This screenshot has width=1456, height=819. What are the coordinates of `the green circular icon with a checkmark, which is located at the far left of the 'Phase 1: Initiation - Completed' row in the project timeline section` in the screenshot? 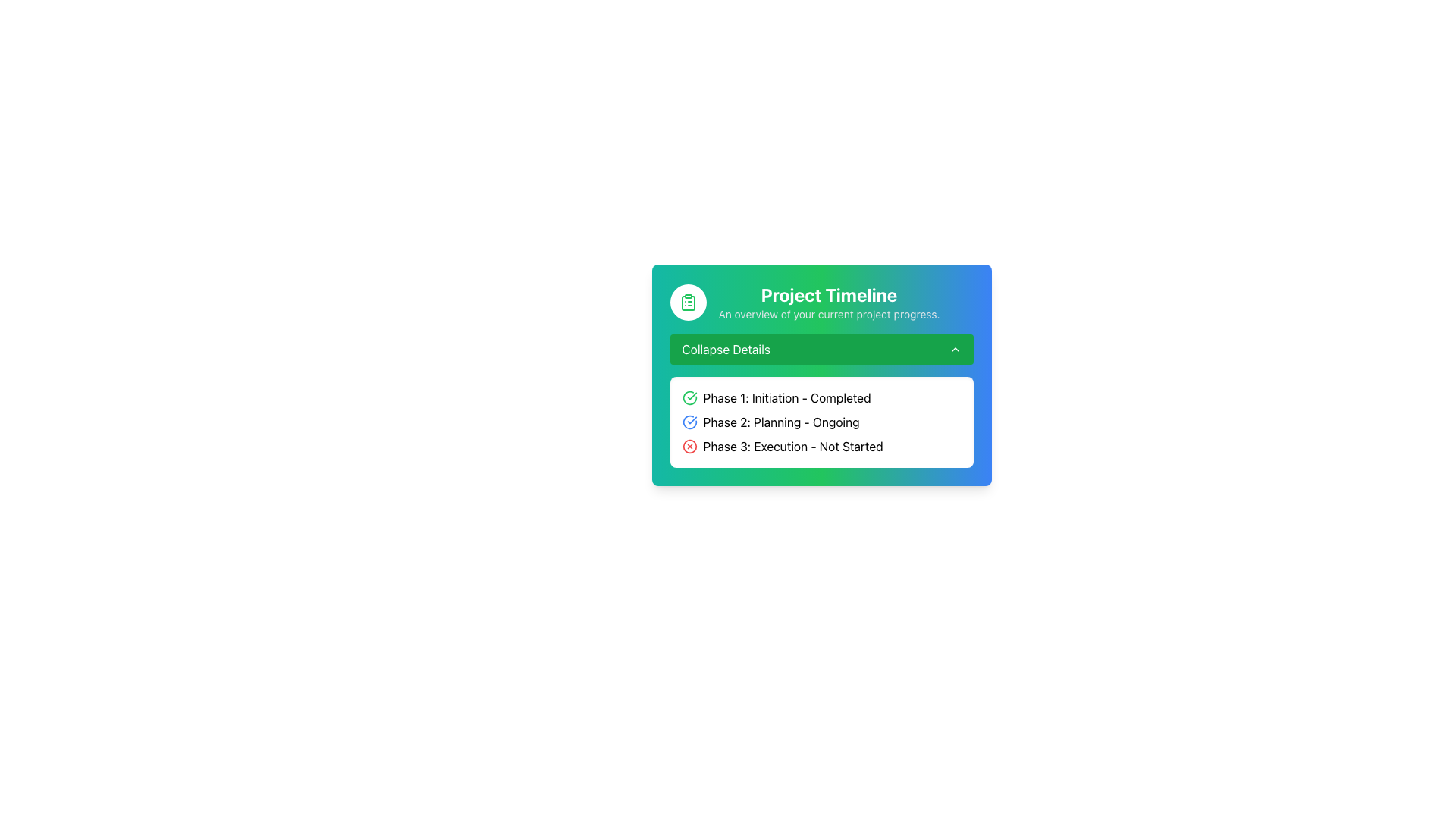 It's located at (689, 397).